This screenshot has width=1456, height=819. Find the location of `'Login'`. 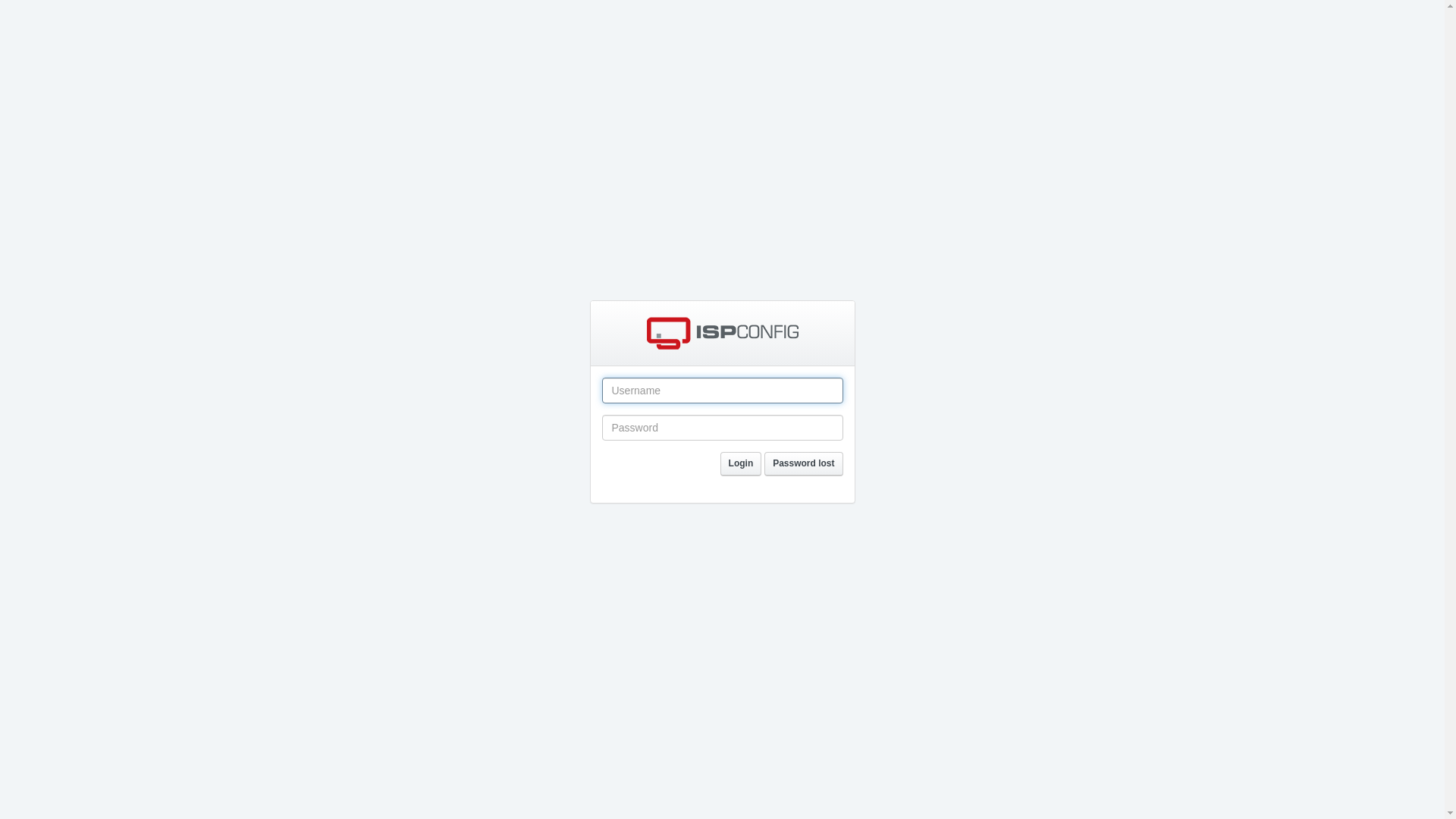

'Login' is located at coordinates (741, 463).